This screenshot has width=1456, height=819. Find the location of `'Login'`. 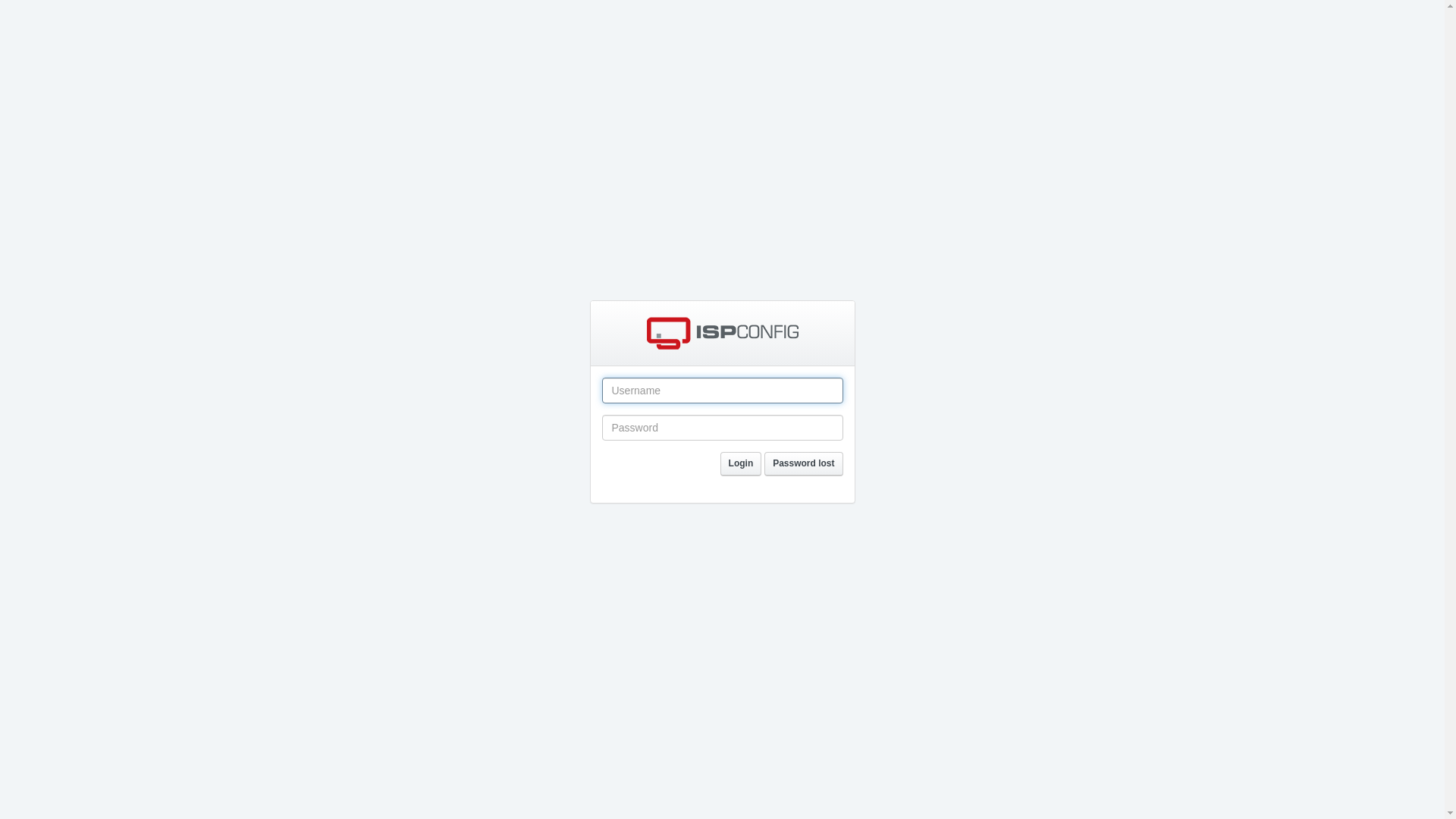

'Login' is located at coordinates (741, 463).